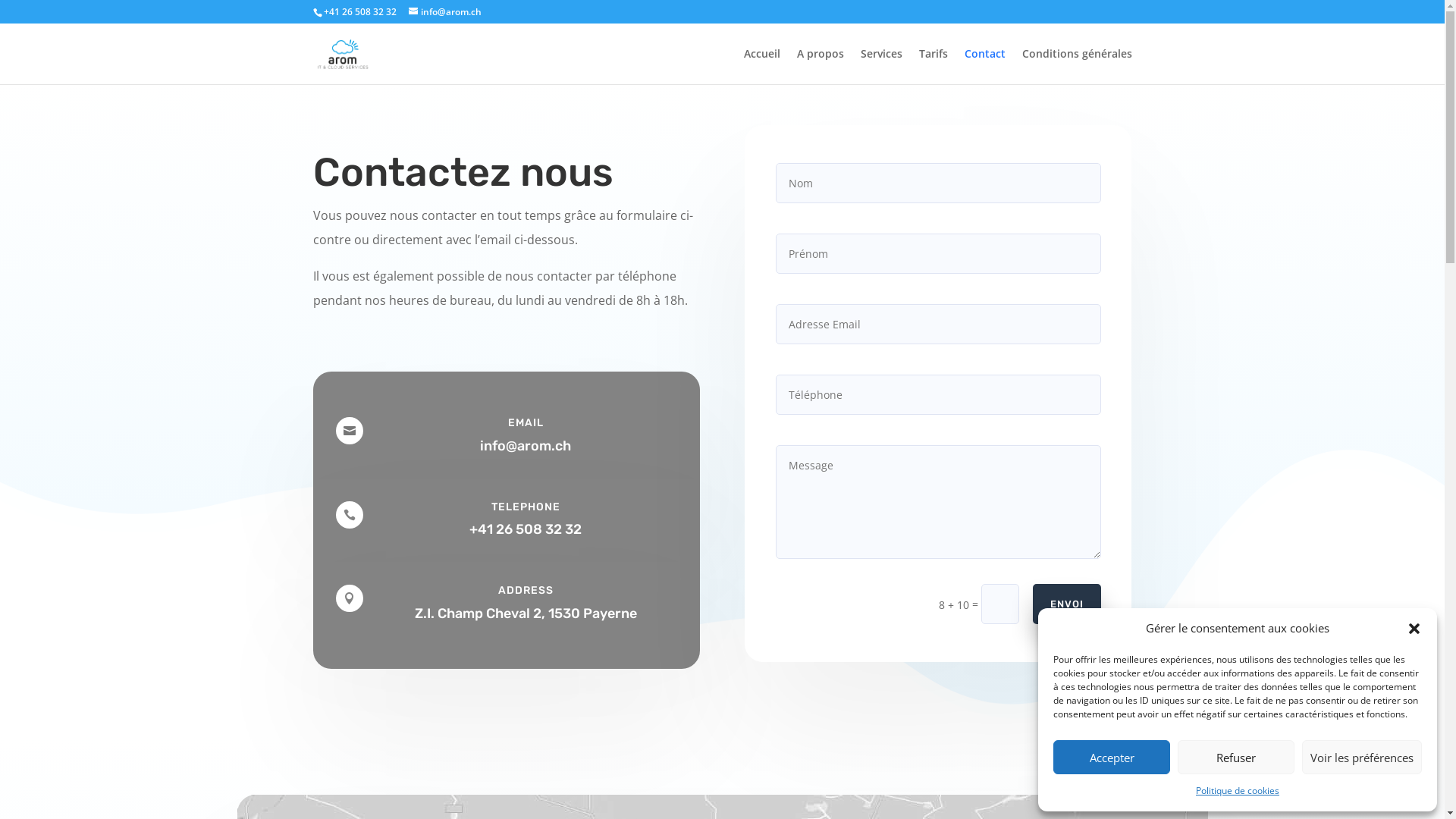  Describe the element at coordinates (932, 65) in the screenshot. I see `'Tarifs'` at that location.